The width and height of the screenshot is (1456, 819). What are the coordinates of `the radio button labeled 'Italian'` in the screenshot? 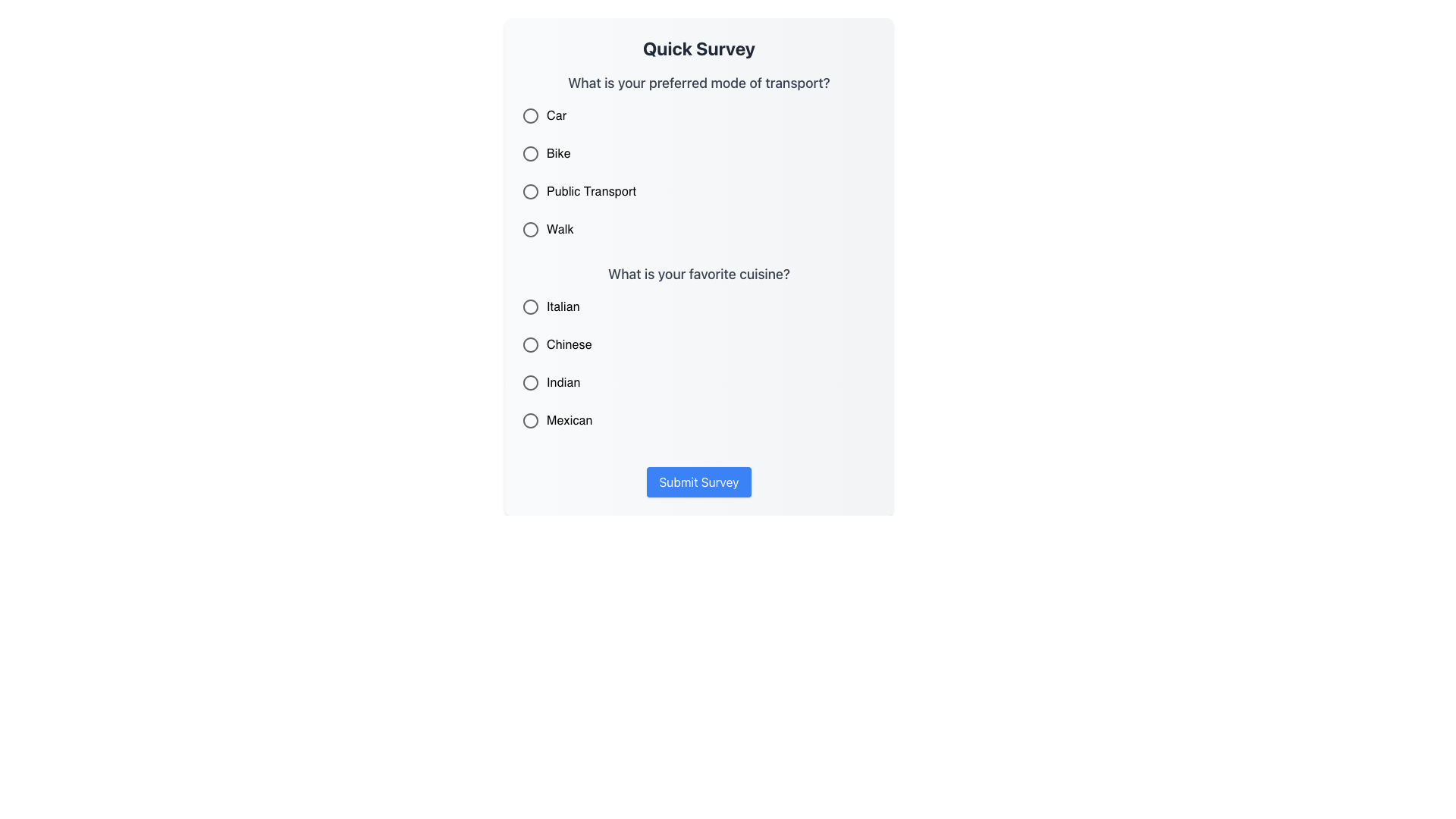 It's located at (531, 307).